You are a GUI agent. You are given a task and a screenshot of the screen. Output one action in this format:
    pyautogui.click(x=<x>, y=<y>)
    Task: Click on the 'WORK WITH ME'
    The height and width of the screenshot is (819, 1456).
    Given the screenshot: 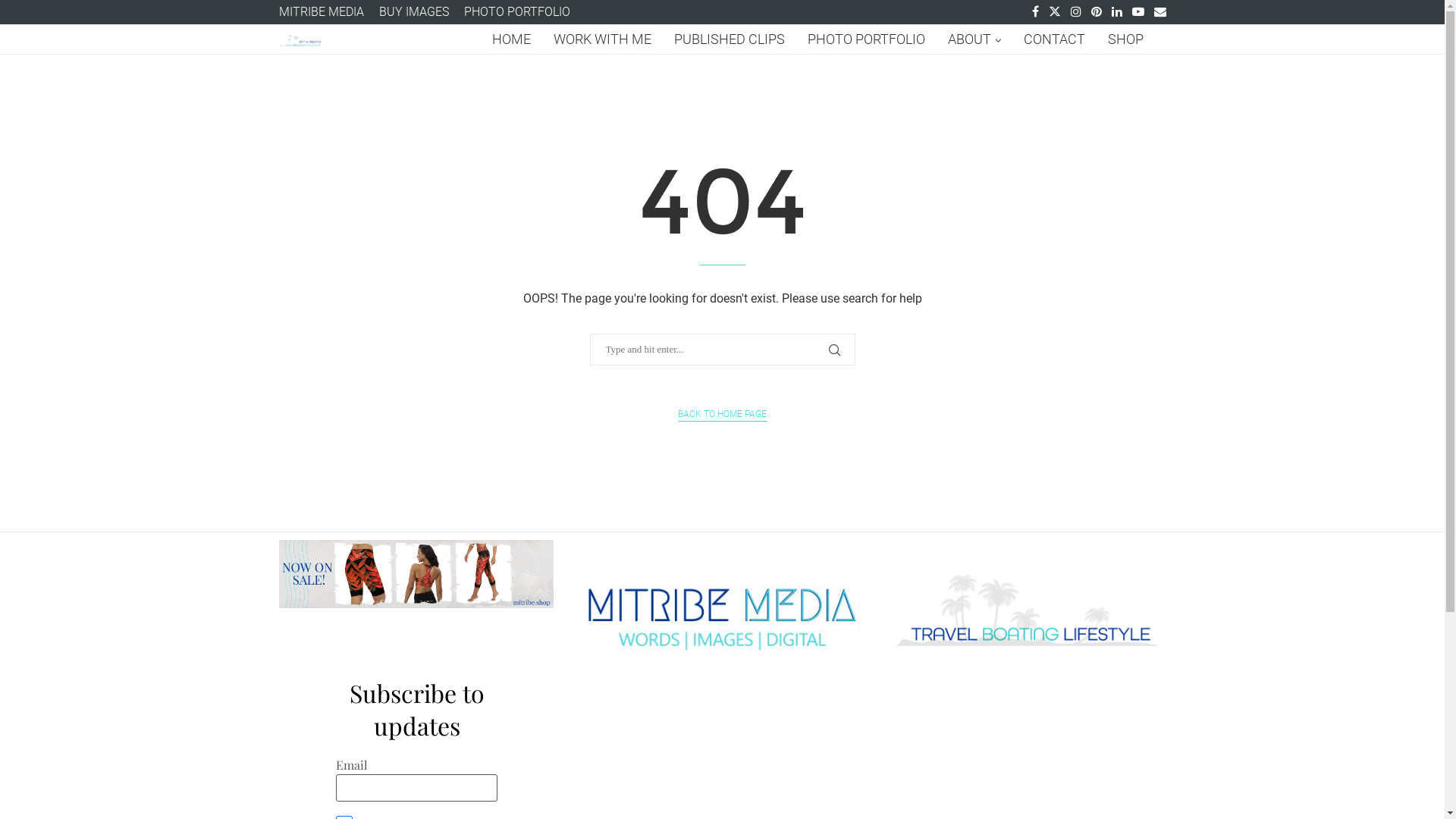 What is the action you would take?
    pyautogui.click(x=552, y=39)
    